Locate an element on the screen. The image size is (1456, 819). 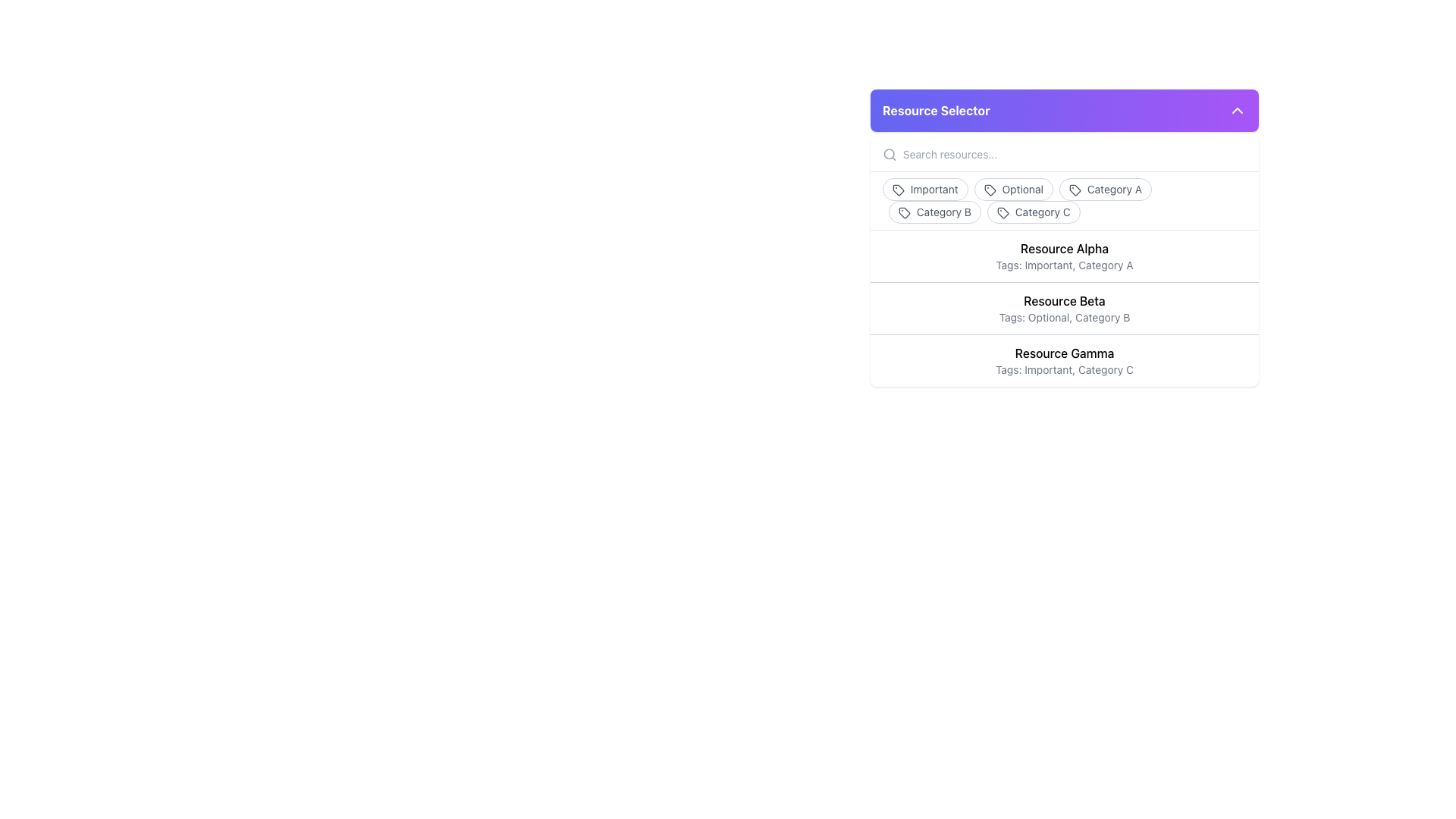
the tag icon of the 'Category C' button, which is styled with a modern design and located centrally within the button, positioned under the search bar is located at coordinates (1003, 213).